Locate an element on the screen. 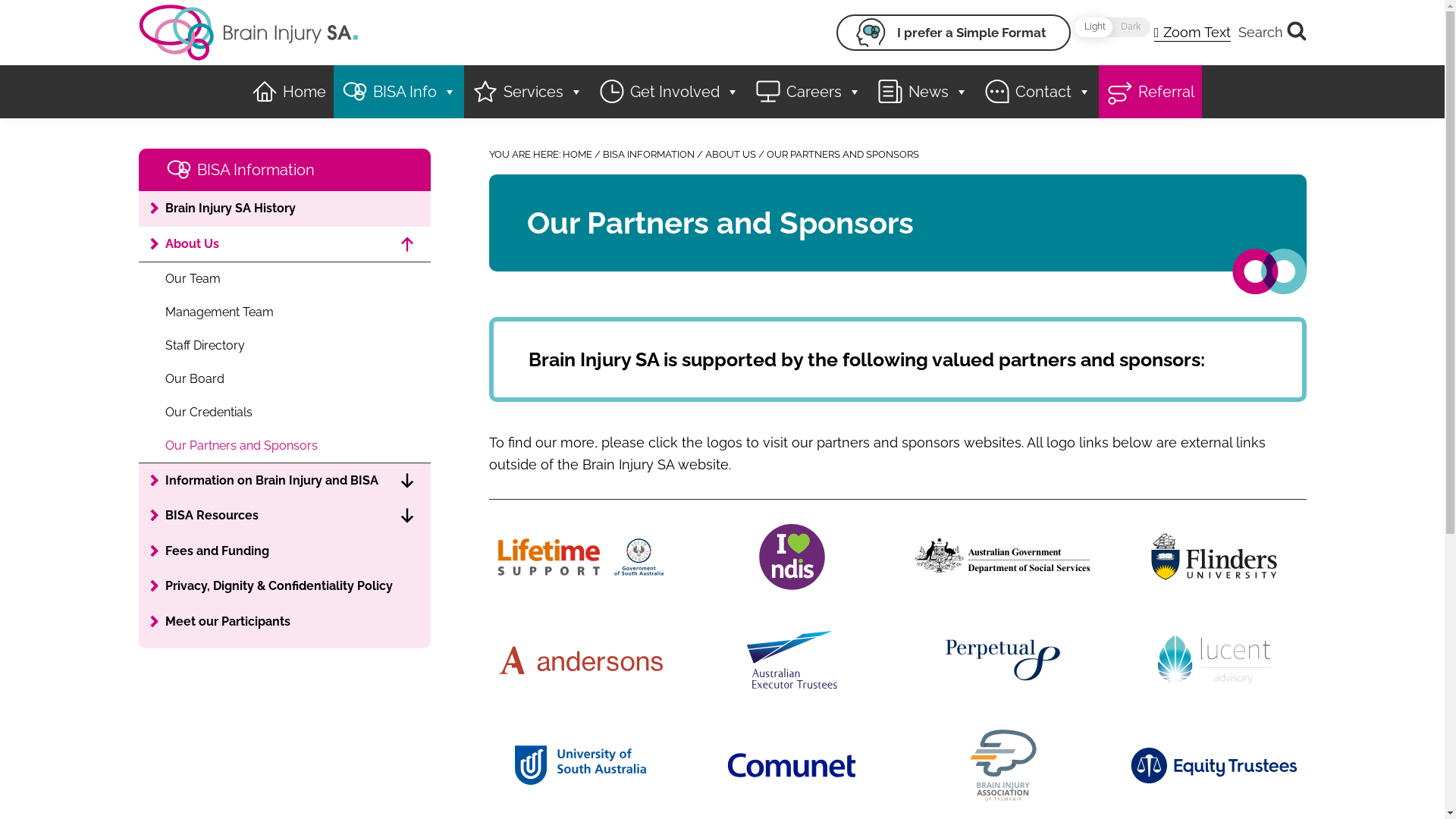 The height and width of the screenshot is (819, 1456). 'Management Team' is located at coordinates (284, 312).